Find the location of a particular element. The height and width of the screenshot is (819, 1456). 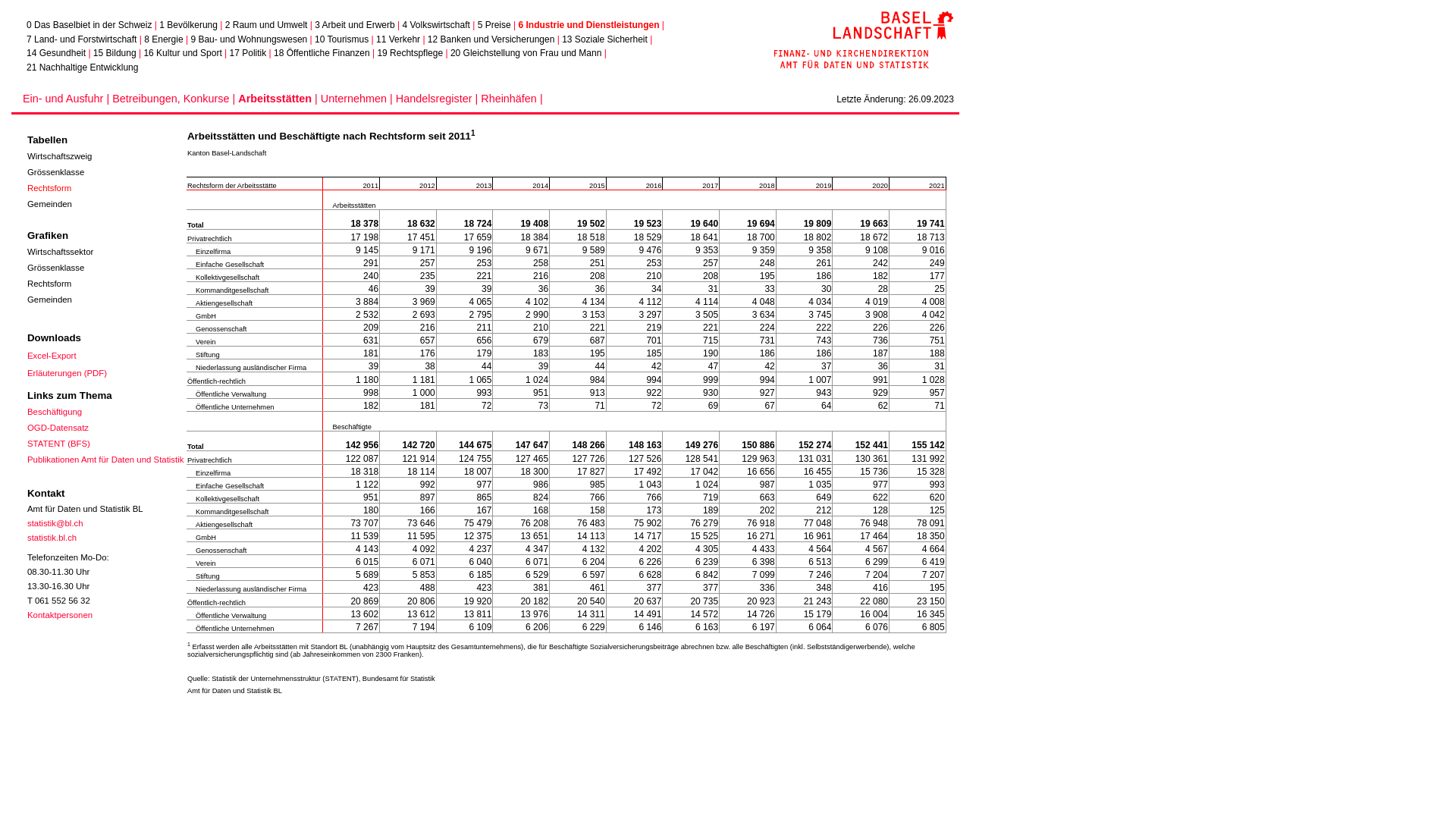

'0 Das Baselbiet in der Schweiz' is located at coordinates (88, 25).